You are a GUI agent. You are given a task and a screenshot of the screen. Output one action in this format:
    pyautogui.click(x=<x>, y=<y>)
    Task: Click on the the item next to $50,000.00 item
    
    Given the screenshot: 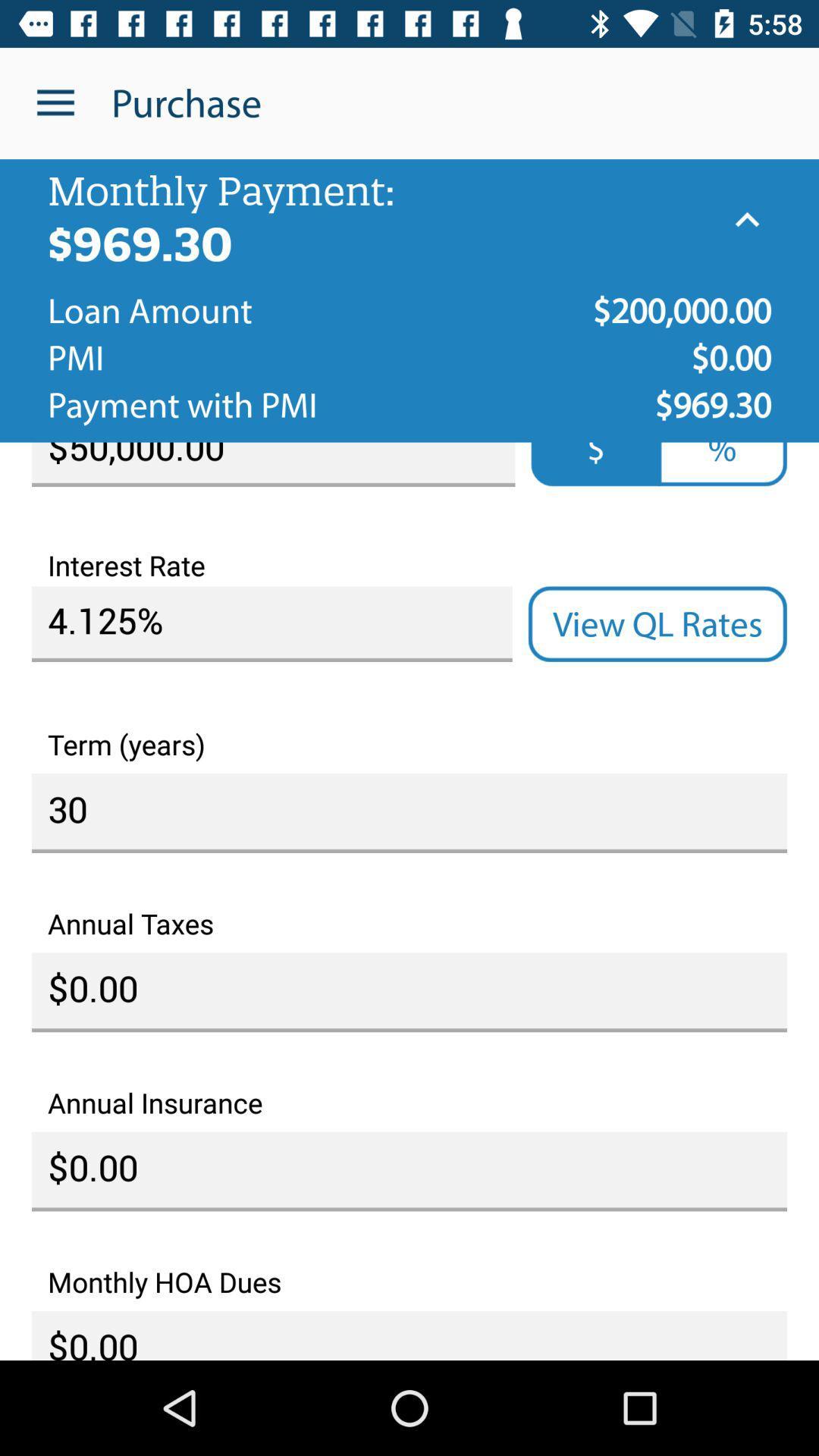 What is the action you would take?
    pyautogui.click(x=595, y=463)
    